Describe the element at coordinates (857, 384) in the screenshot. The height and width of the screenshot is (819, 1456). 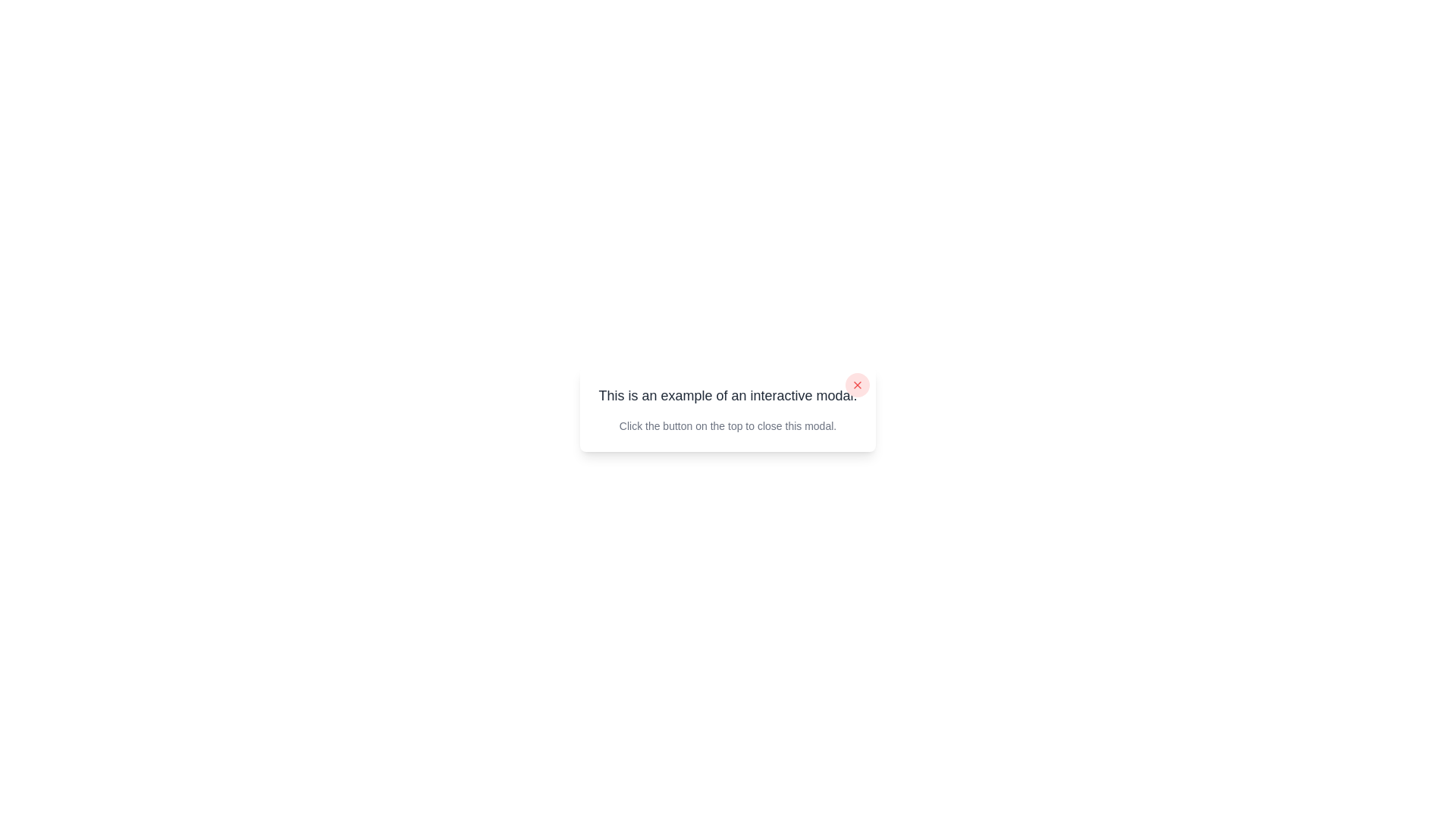
I see `the close button located at the top-right corner of the modal window` at that location.